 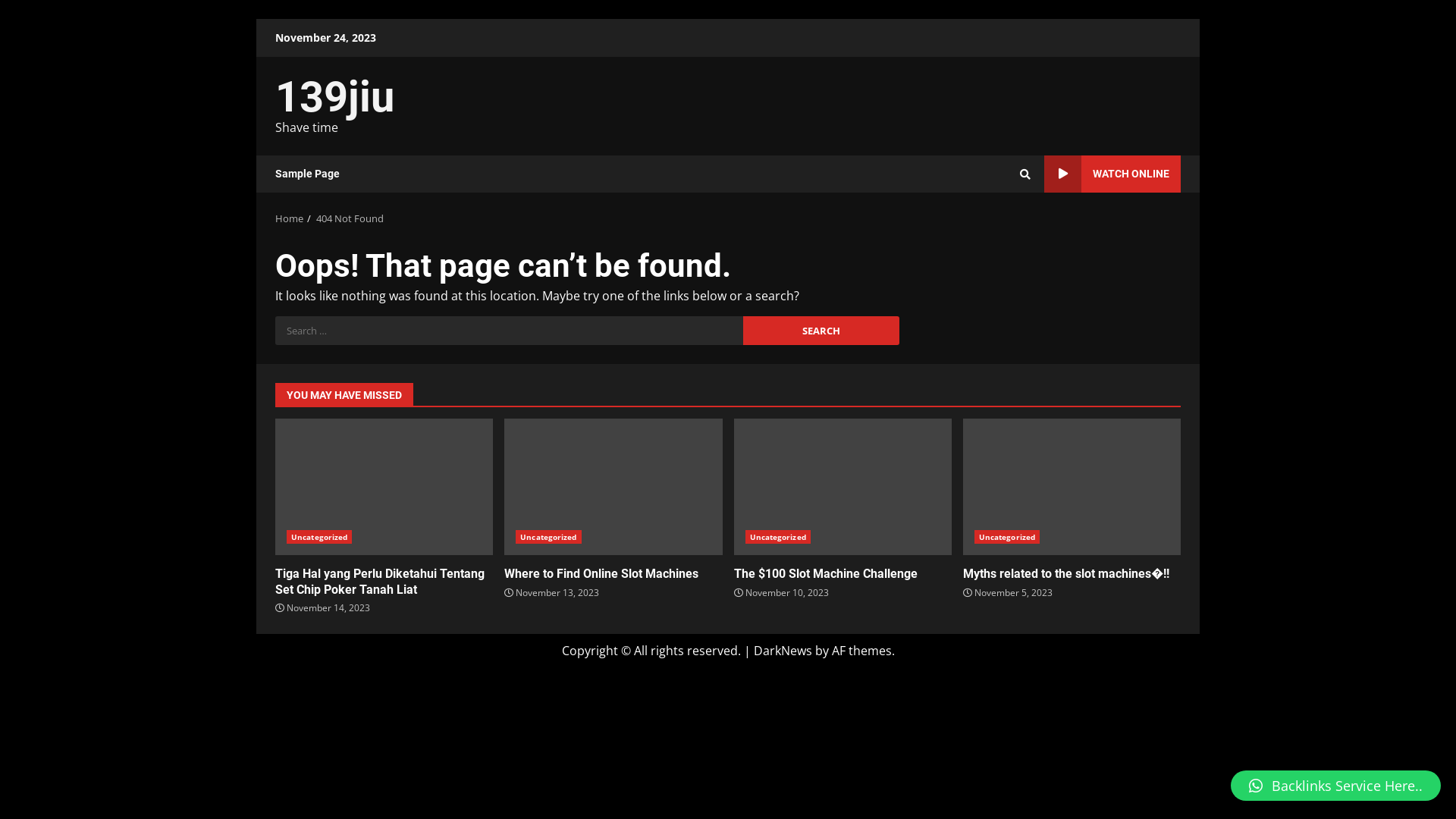 I want to click on 'Where to Find Online Slot Machines', so click(x=504, y=573).